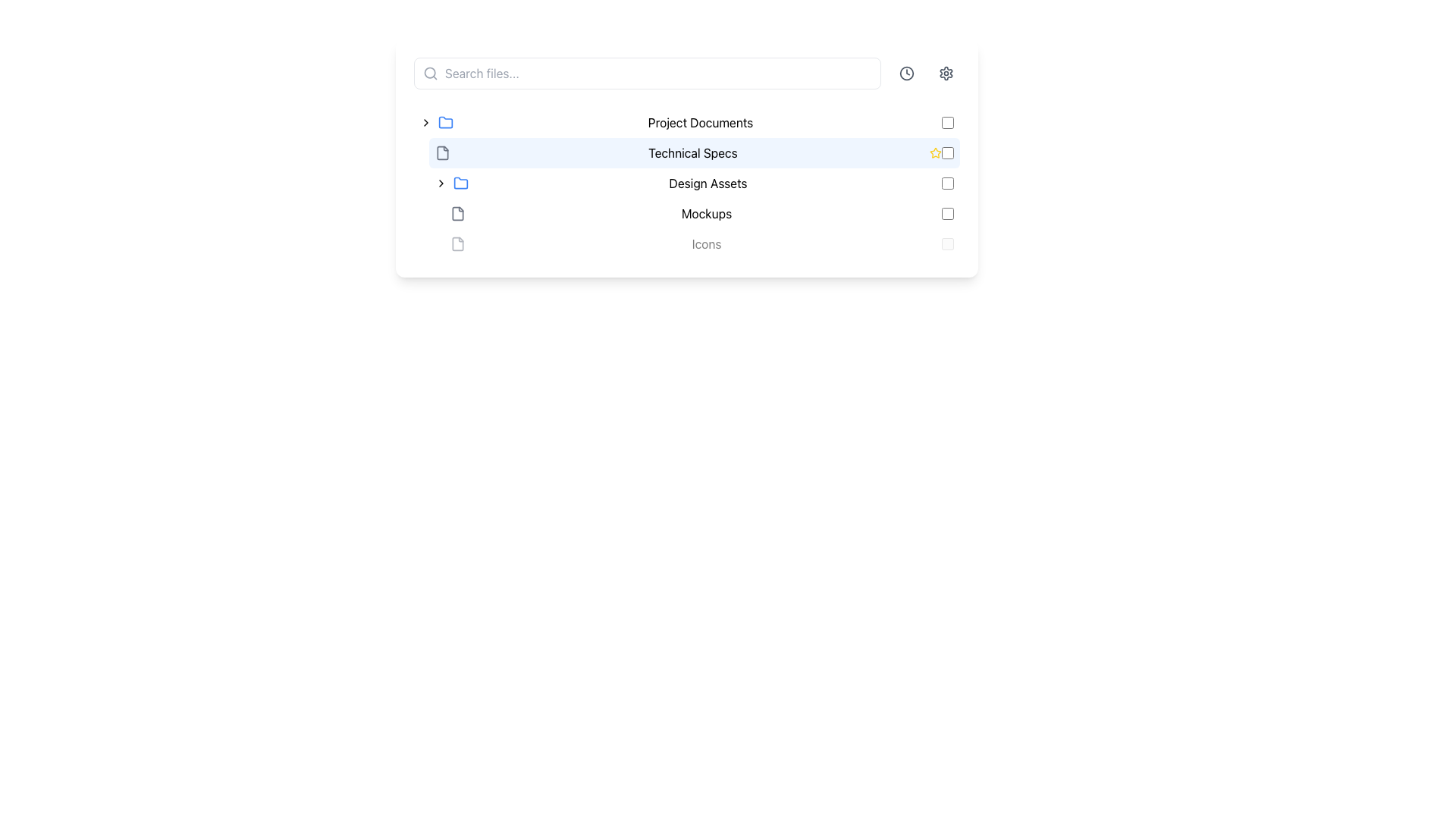 The width and height of the screenshot is (1456, 819). Describe the element at coordinates (445, 121) in the screenshot. I see `the folder icon located in the 'Design Assets' row of the file browsing UI, which is the first icon in that row` at that location.